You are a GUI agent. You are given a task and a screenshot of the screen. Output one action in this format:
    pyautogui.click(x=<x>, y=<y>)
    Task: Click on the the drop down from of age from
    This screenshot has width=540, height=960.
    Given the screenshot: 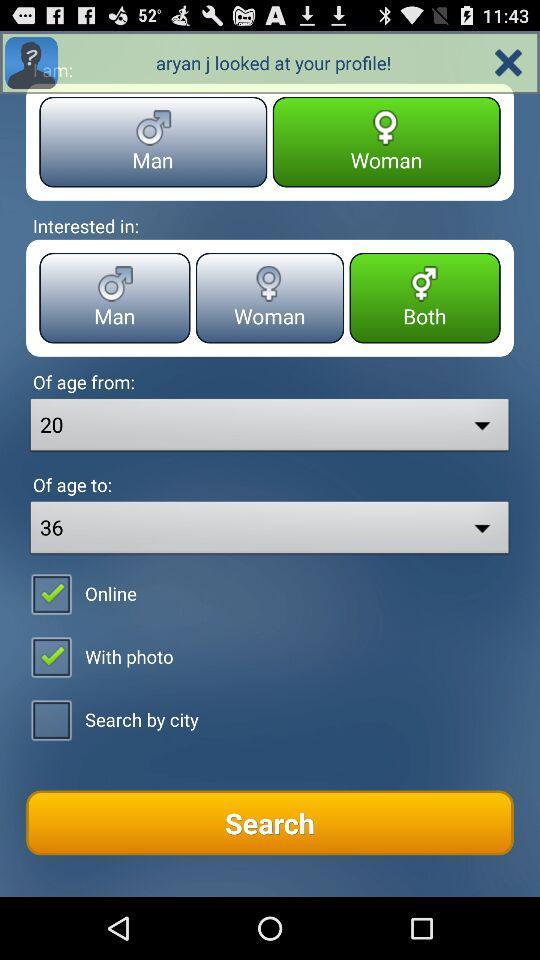 What is the action you would take?
    pyautogui.click(x=270, y=427)
    